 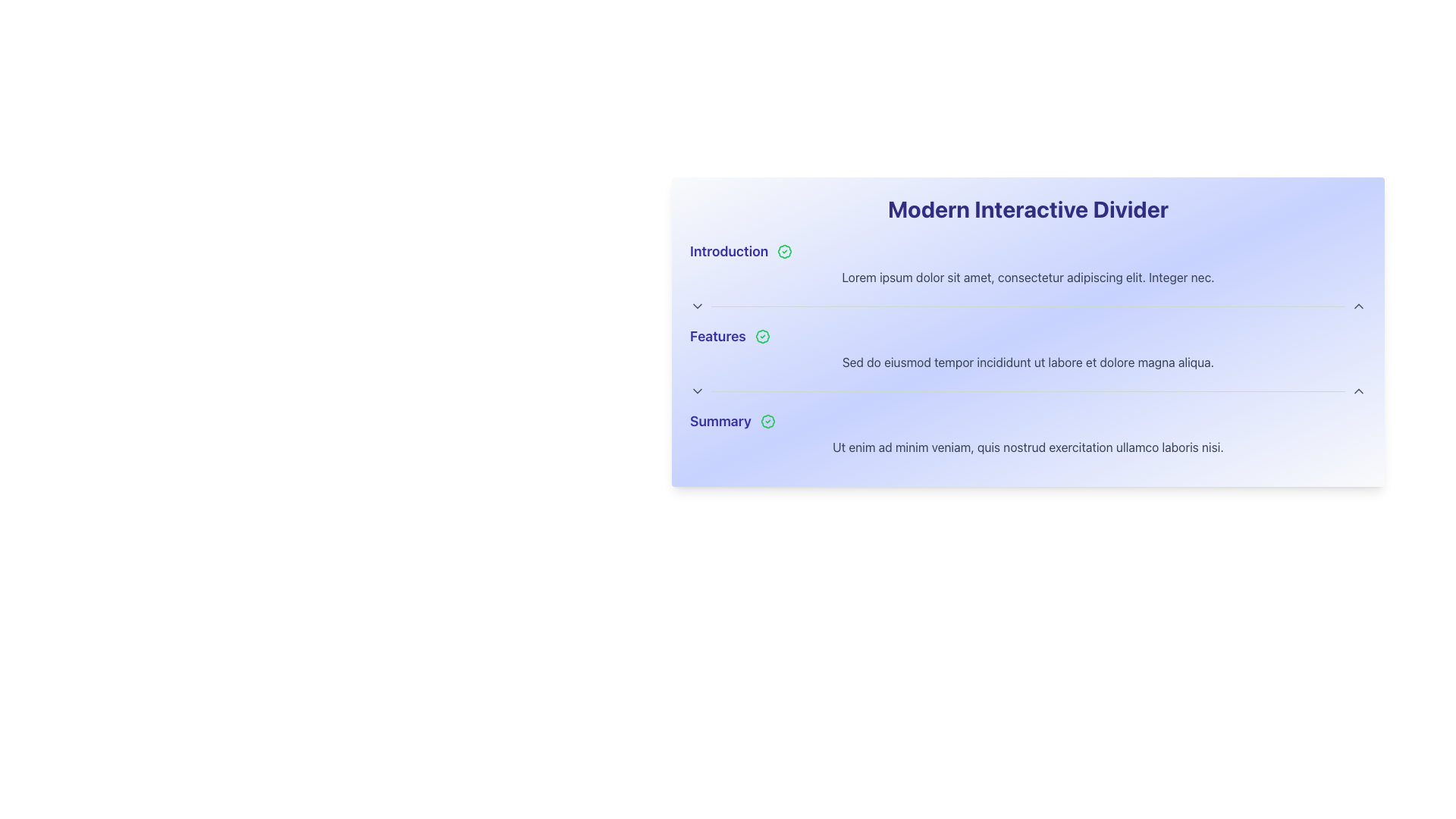 I want to click on the circular icon with a green border and white interior located next to the 'Introduction' label in the upper left corner of the segment, so click(x=785, y=250).